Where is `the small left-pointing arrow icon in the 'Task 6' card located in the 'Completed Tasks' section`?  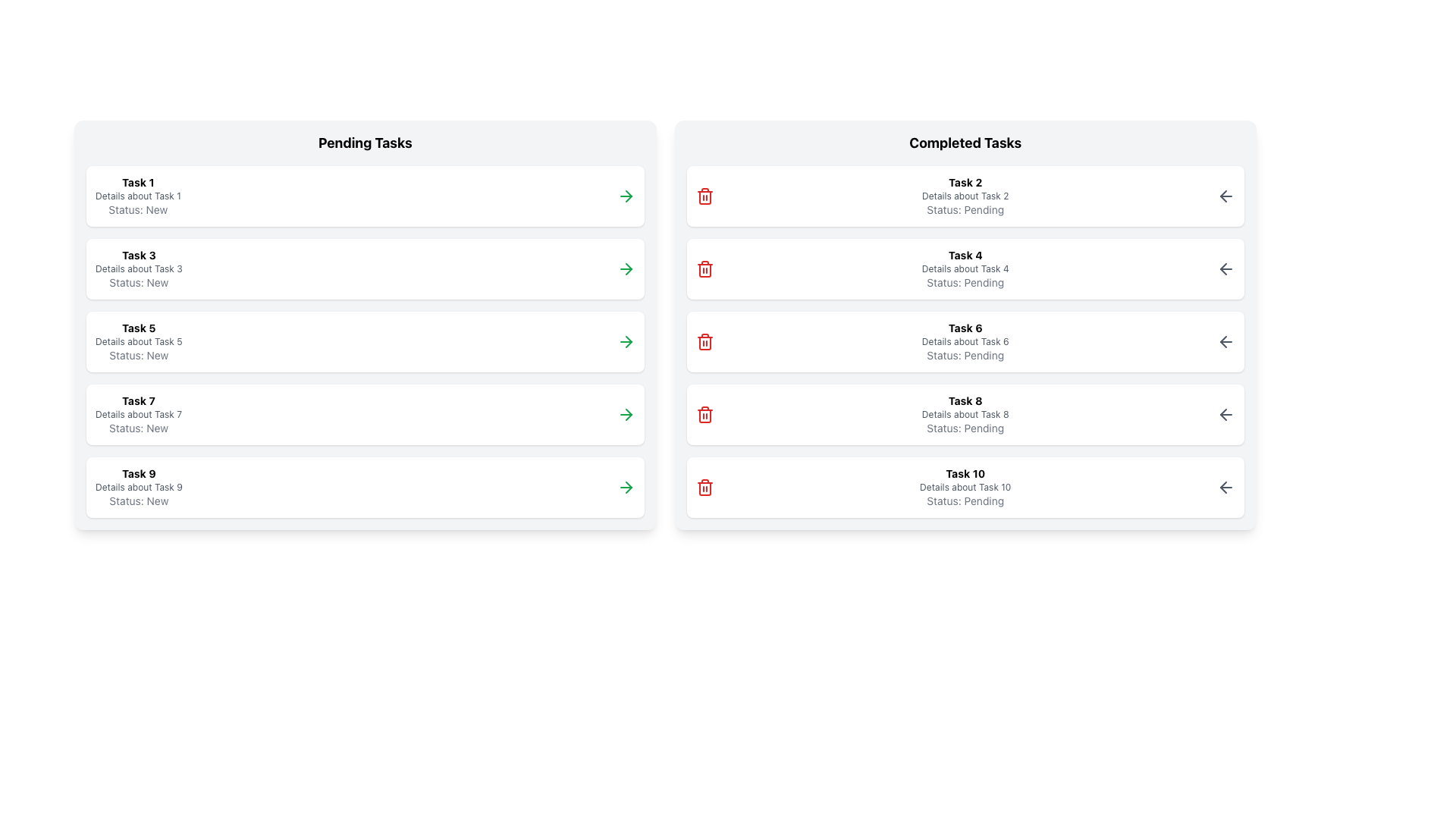 the small left-pointing arrow icon in the 'Task 6' card located in the 'Completed Tasks' section is located at coordinates (1226, 342).